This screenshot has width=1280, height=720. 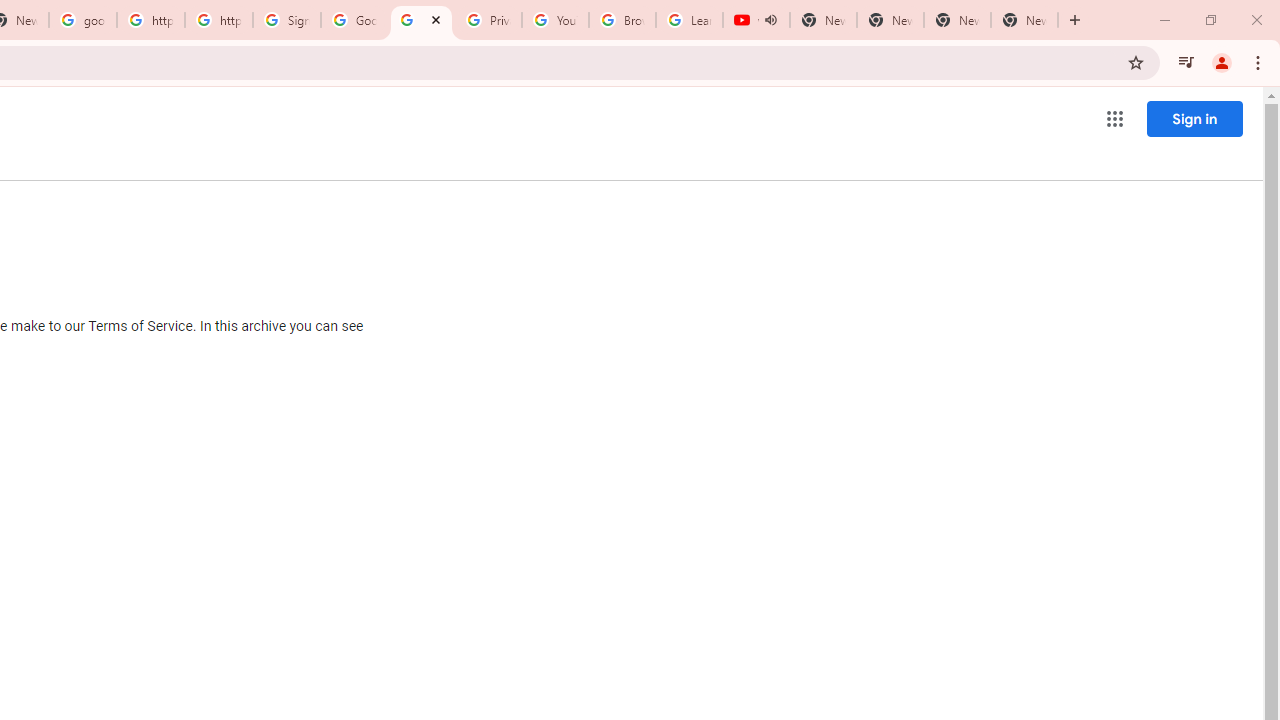 What do you see at coordinates (286, 20) in the screenshot?
I see `'Sign in - Google Accounts'` at bounding box center [286, 20].